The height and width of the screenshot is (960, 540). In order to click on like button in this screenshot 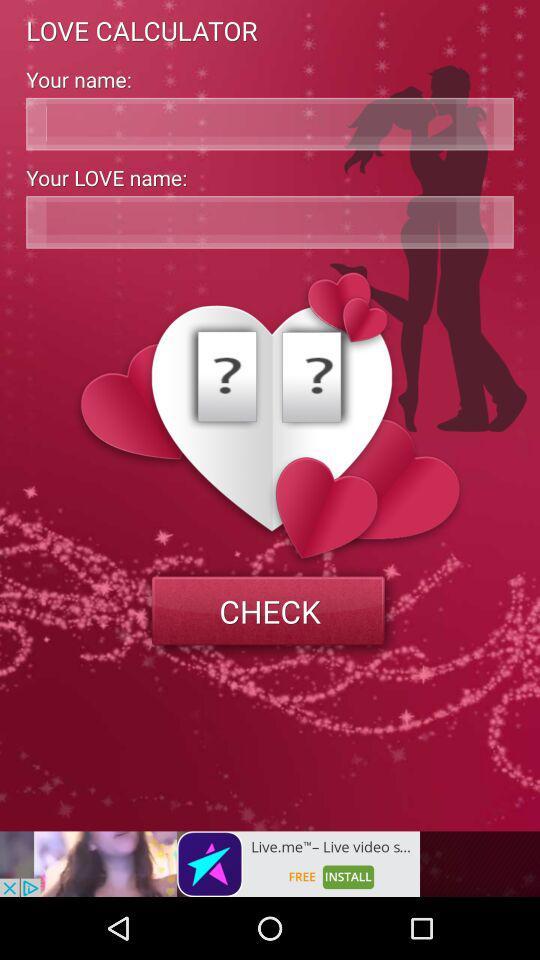, I will do `click(270, 222)`.